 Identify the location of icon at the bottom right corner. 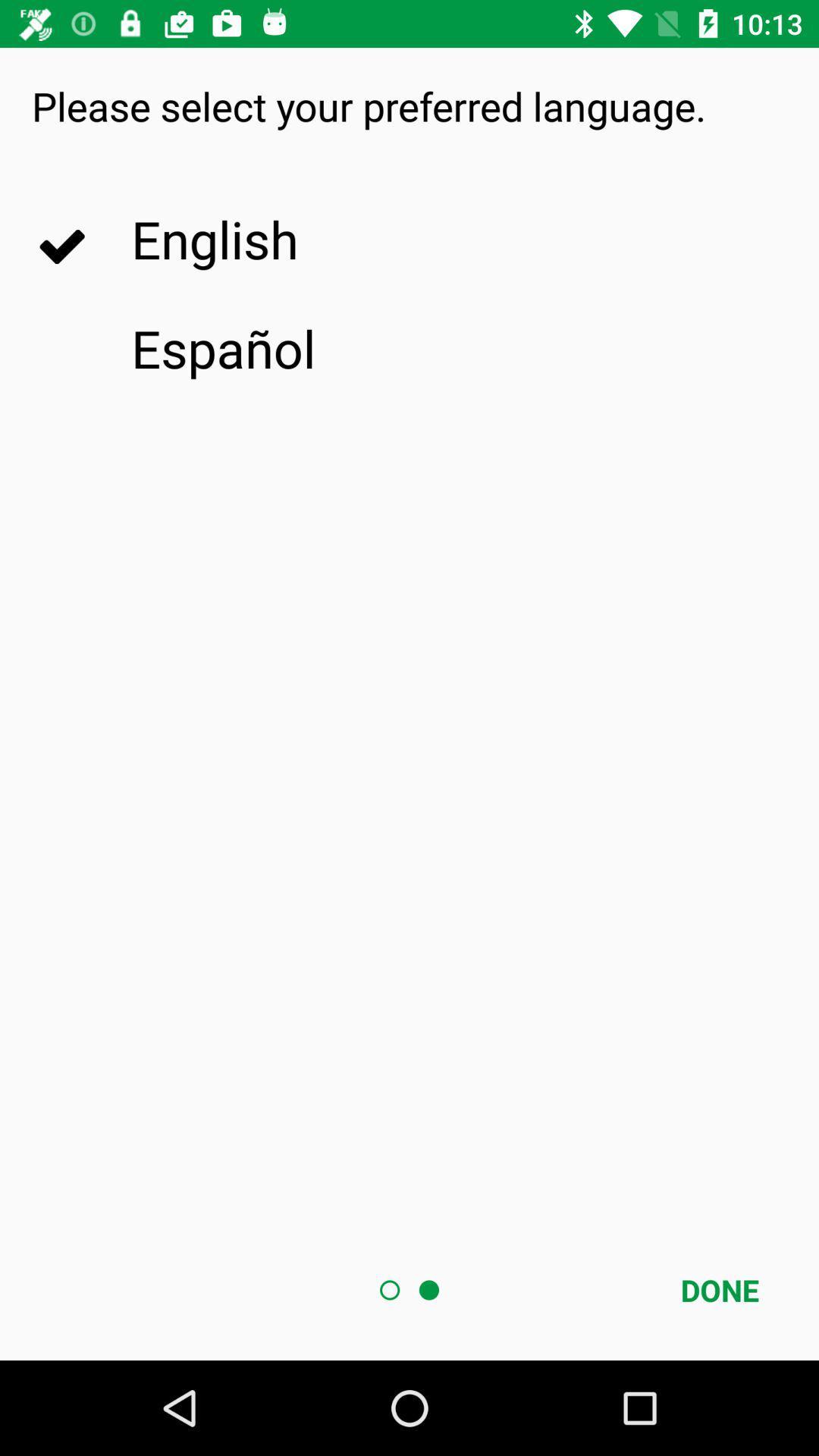
(719, 1289).